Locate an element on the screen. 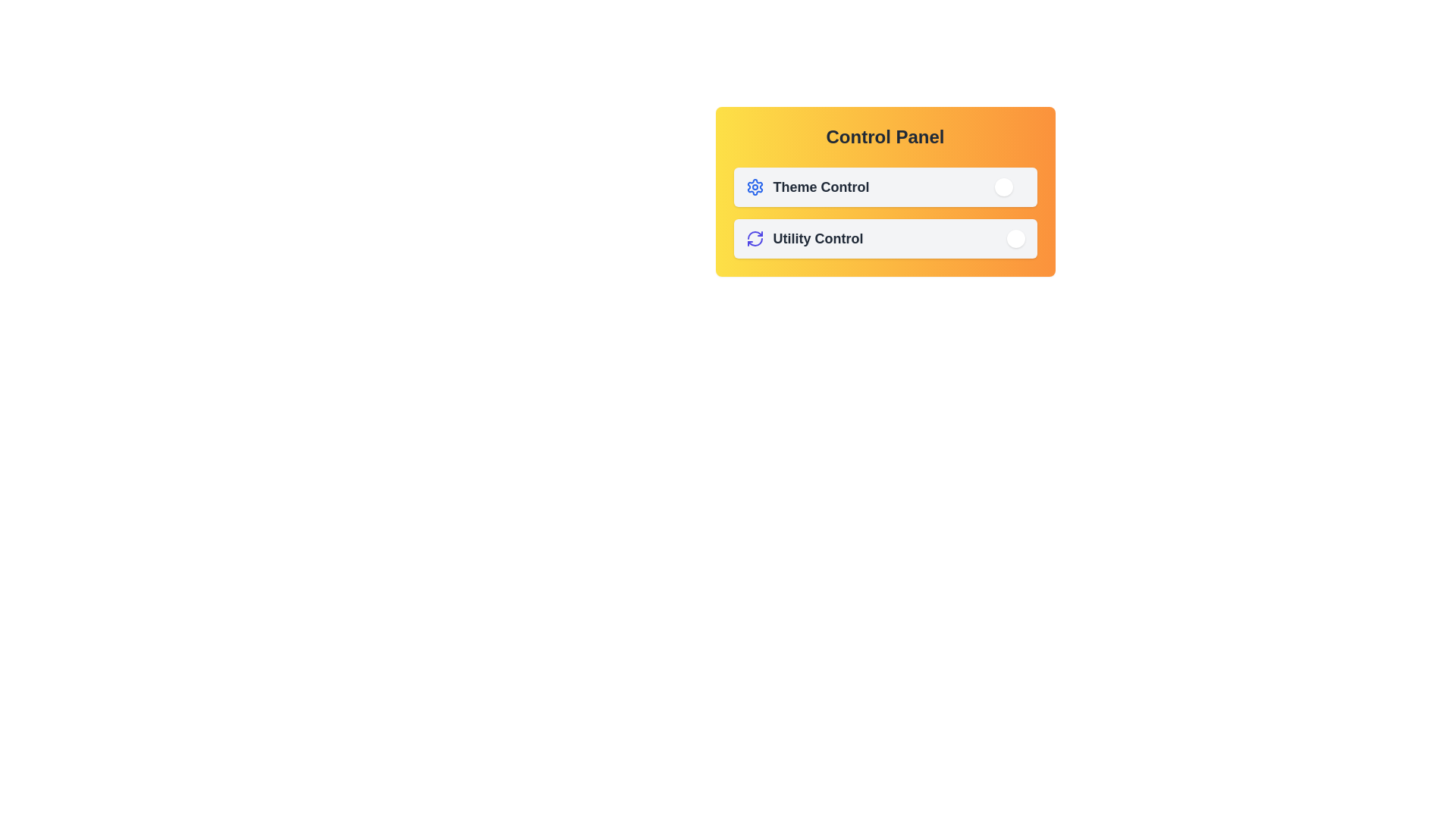  the green and white toggle switch located in the 'Utility Control' section of the 'Control Panel' is located at coordinates (1009, 239).